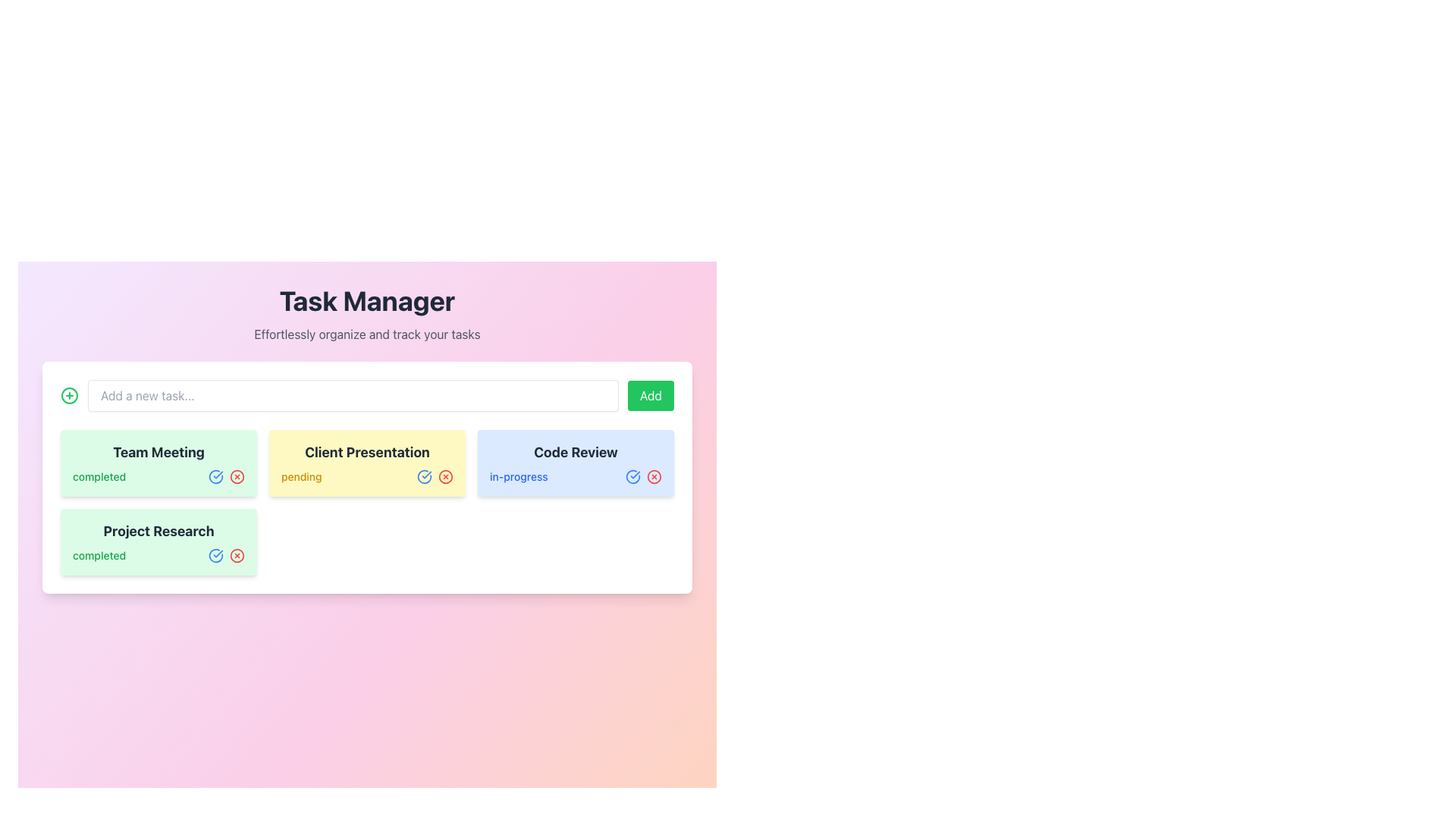 The height and width of the screenshot is (819, 1456). I want to click on the close or delete Icon button located in the bottom-right corner of the 'Client Presentation' card, so click(445, 475).